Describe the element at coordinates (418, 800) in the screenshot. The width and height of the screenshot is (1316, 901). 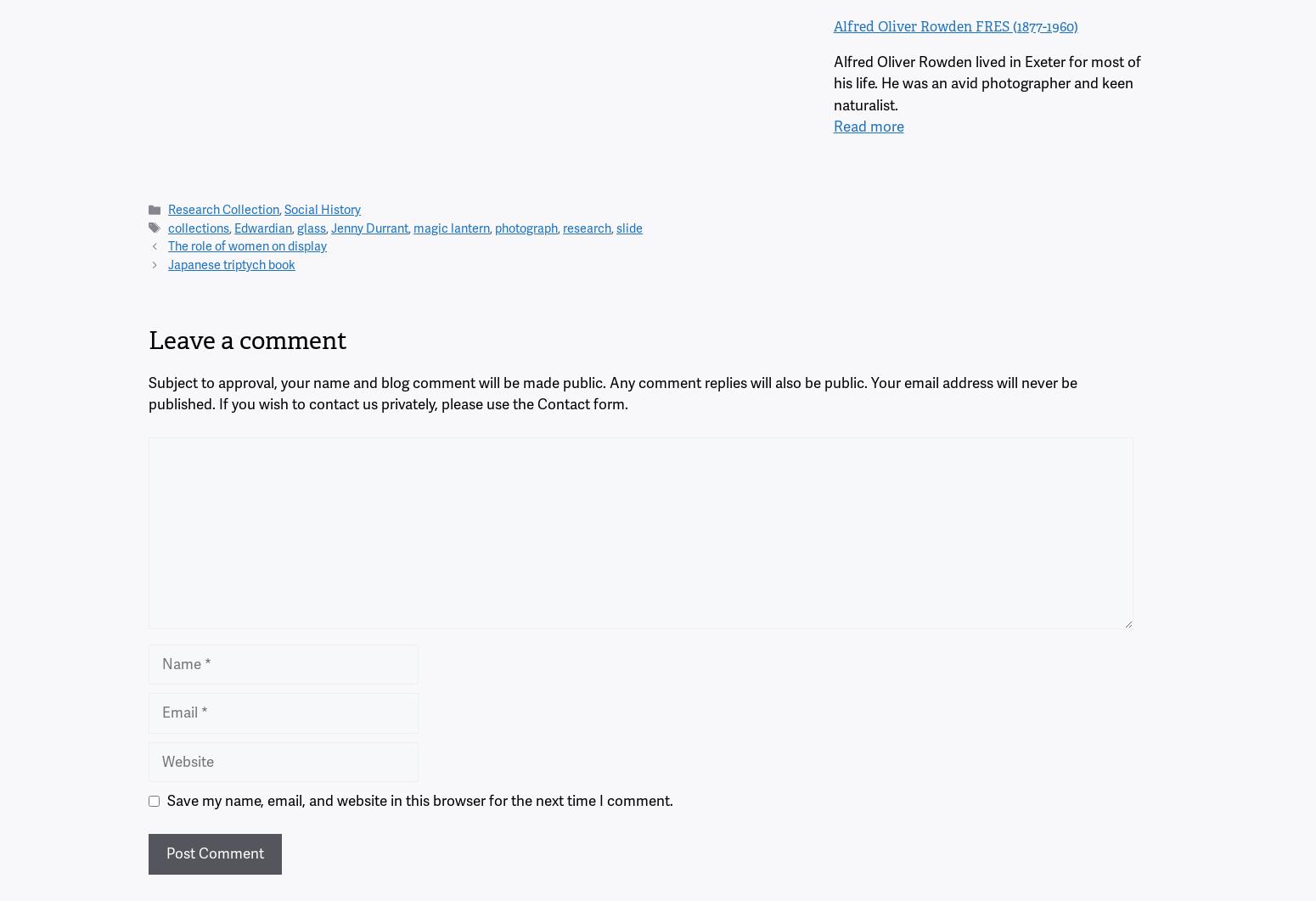
I see `'Save my name, email, and website in this browser for the next time I comment.'` at that location.